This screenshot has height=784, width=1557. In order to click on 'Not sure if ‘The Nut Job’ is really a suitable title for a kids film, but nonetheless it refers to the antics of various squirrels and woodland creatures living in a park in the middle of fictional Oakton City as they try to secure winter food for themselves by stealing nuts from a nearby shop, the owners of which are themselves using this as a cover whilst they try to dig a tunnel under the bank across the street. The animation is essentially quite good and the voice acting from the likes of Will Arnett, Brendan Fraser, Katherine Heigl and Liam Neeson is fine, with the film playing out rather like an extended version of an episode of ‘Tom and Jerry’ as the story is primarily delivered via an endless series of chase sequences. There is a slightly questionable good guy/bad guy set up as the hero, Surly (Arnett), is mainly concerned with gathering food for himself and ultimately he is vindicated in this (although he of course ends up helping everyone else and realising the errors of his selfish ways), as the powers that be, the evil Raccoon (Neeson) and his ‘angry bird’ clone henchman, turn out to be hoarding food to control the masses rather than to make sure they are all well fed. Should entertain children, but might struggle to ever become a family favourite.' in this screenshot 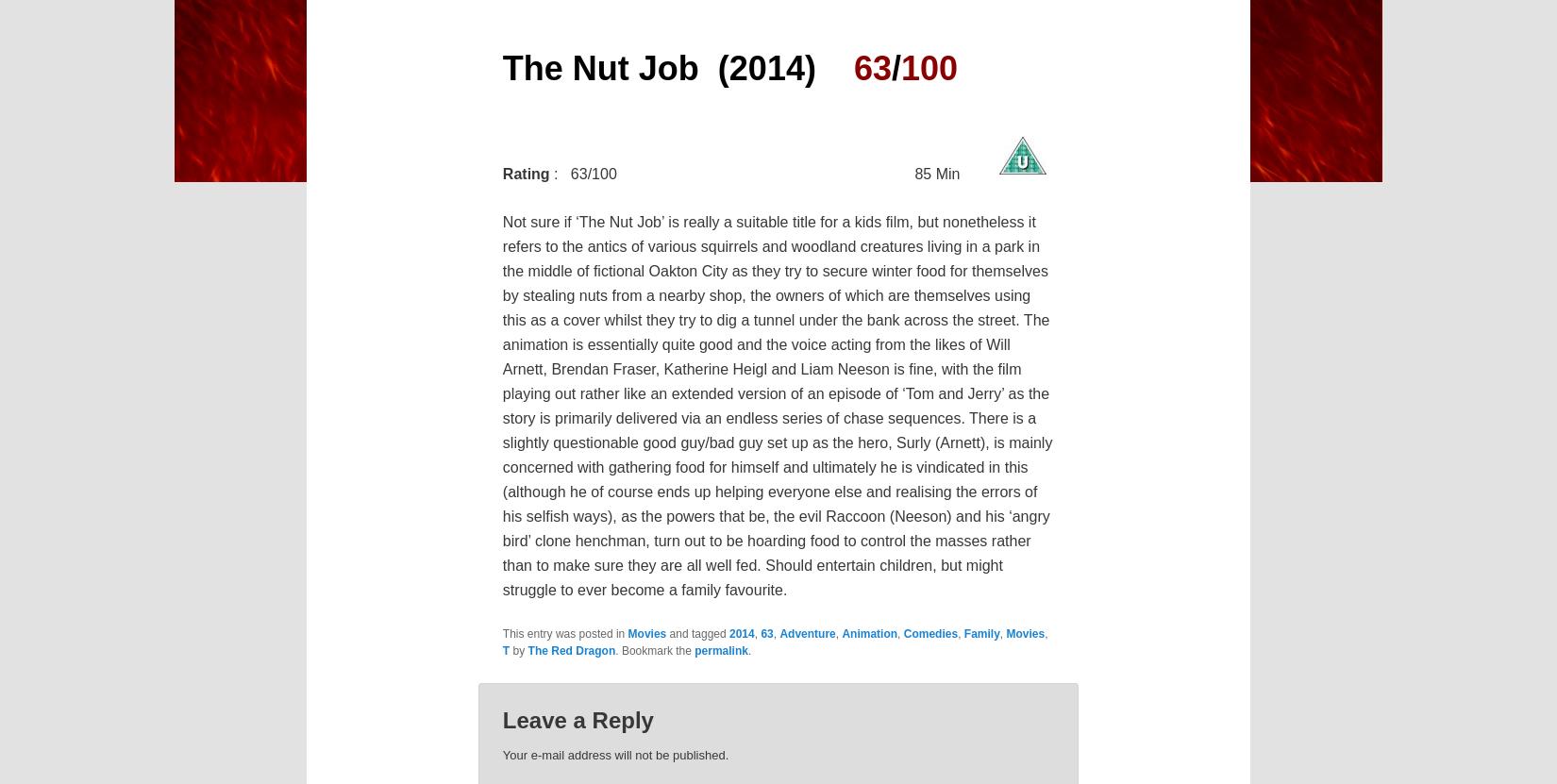, I will do `click(776, 405)`.